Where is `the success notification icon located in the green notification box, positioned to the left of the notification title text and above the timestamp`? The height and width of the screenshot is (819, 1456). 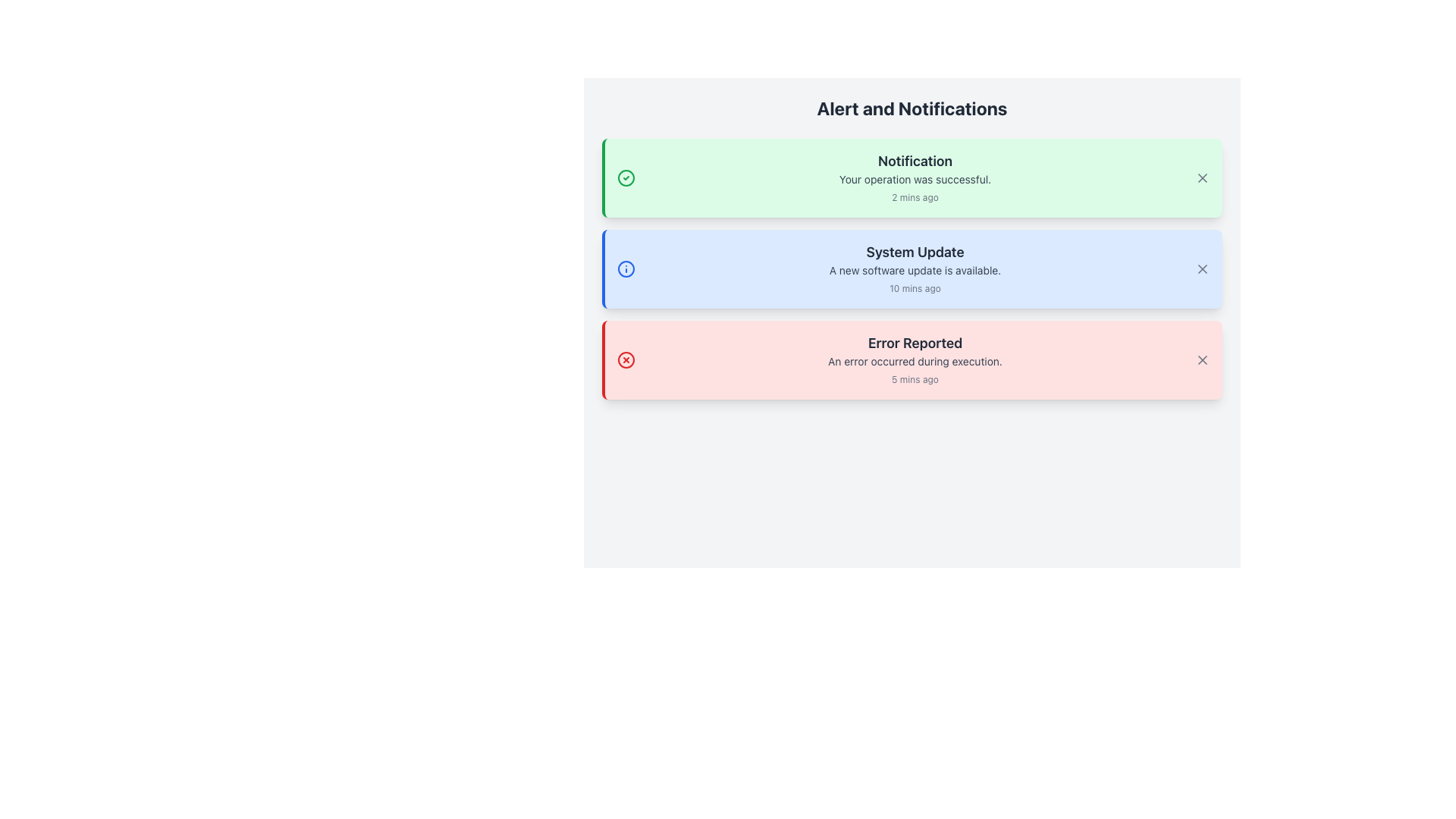 the success notification icon located in the green notification box, positioned to the left of the notification title text and above the timestamp is located at coordinates (626, 177).